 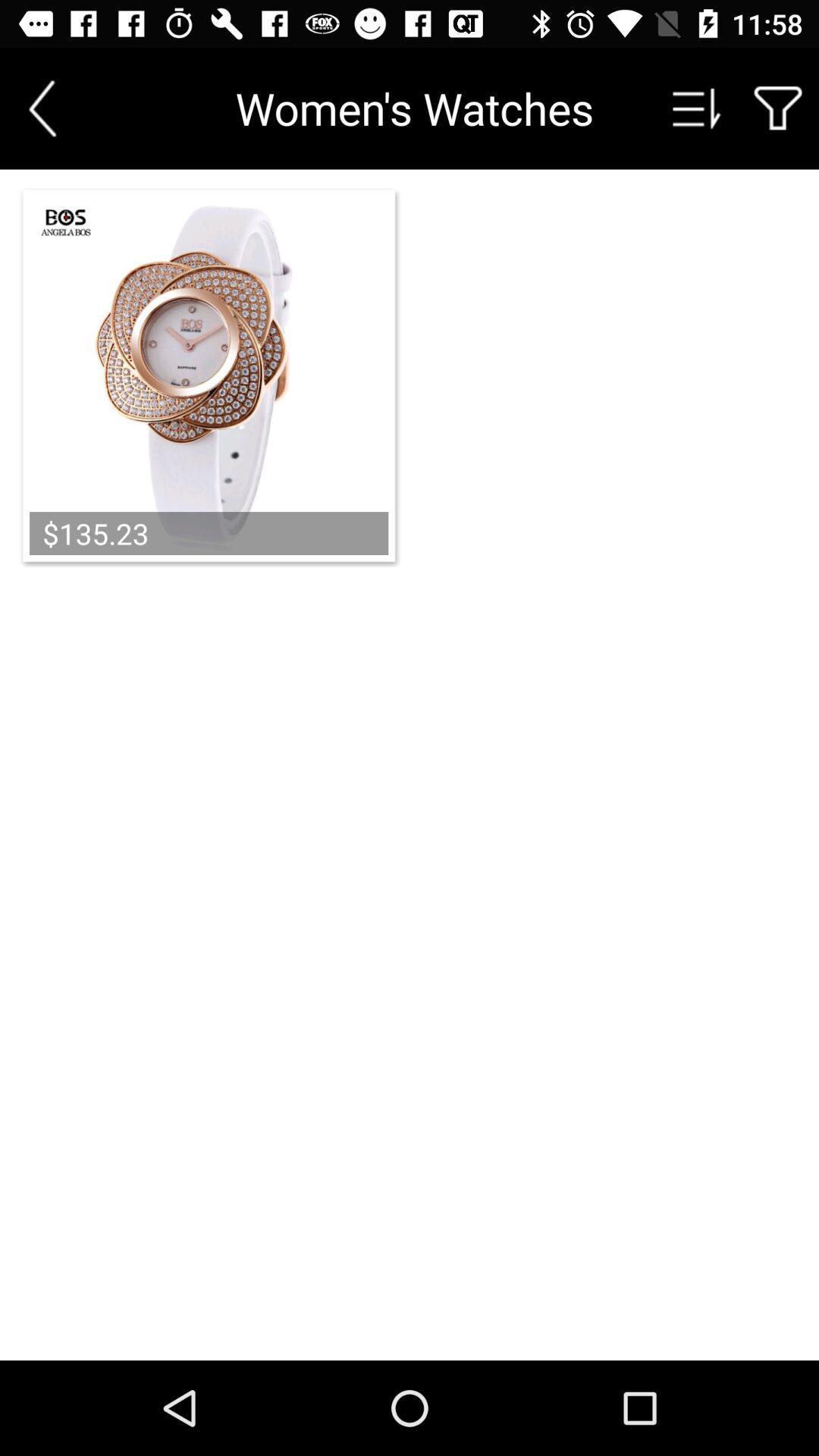 I want to click on menu, so click(x=697, y=108).